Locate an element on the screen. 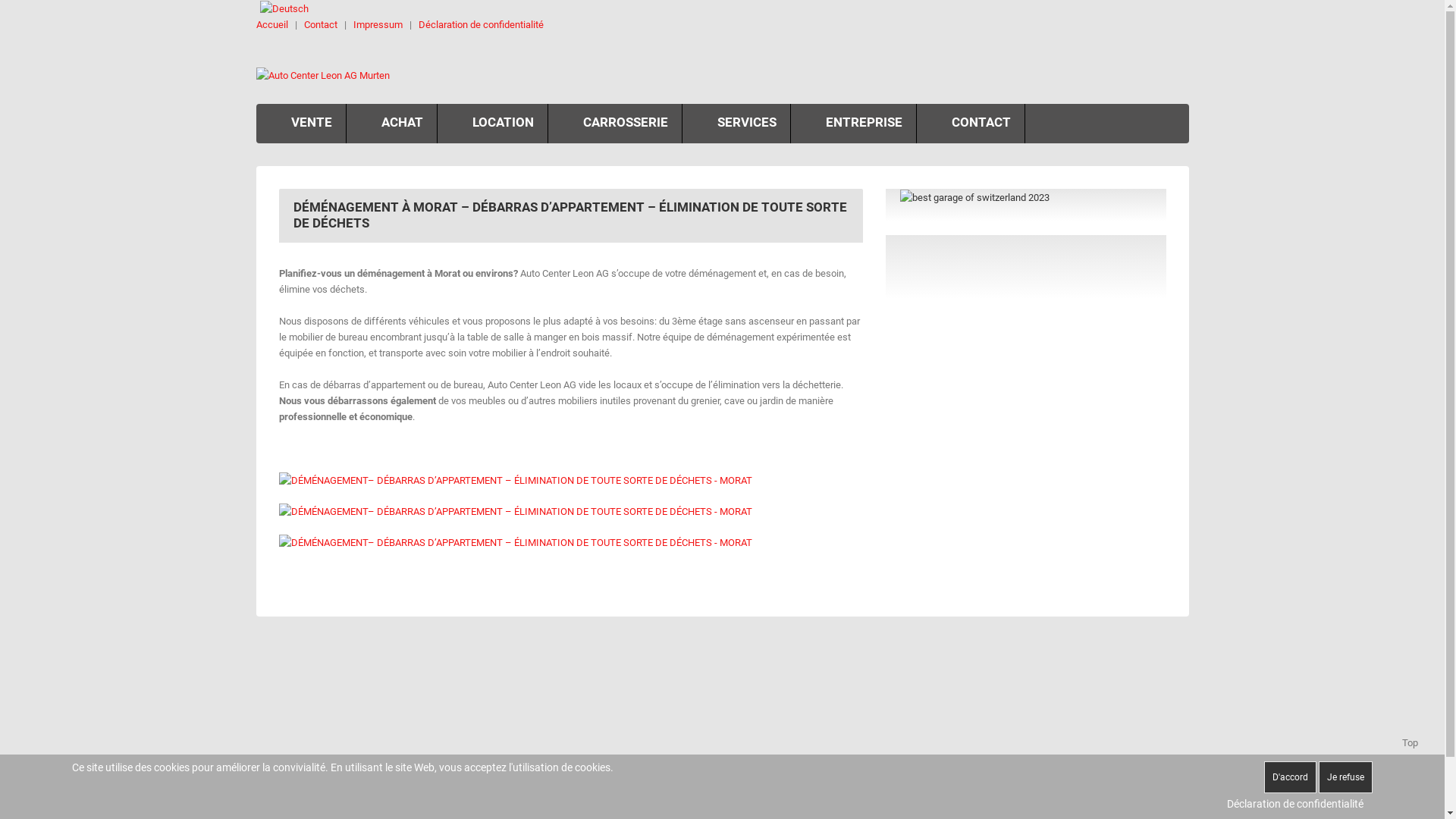  '026 672 21 21' is located at coordinates (609, 781).